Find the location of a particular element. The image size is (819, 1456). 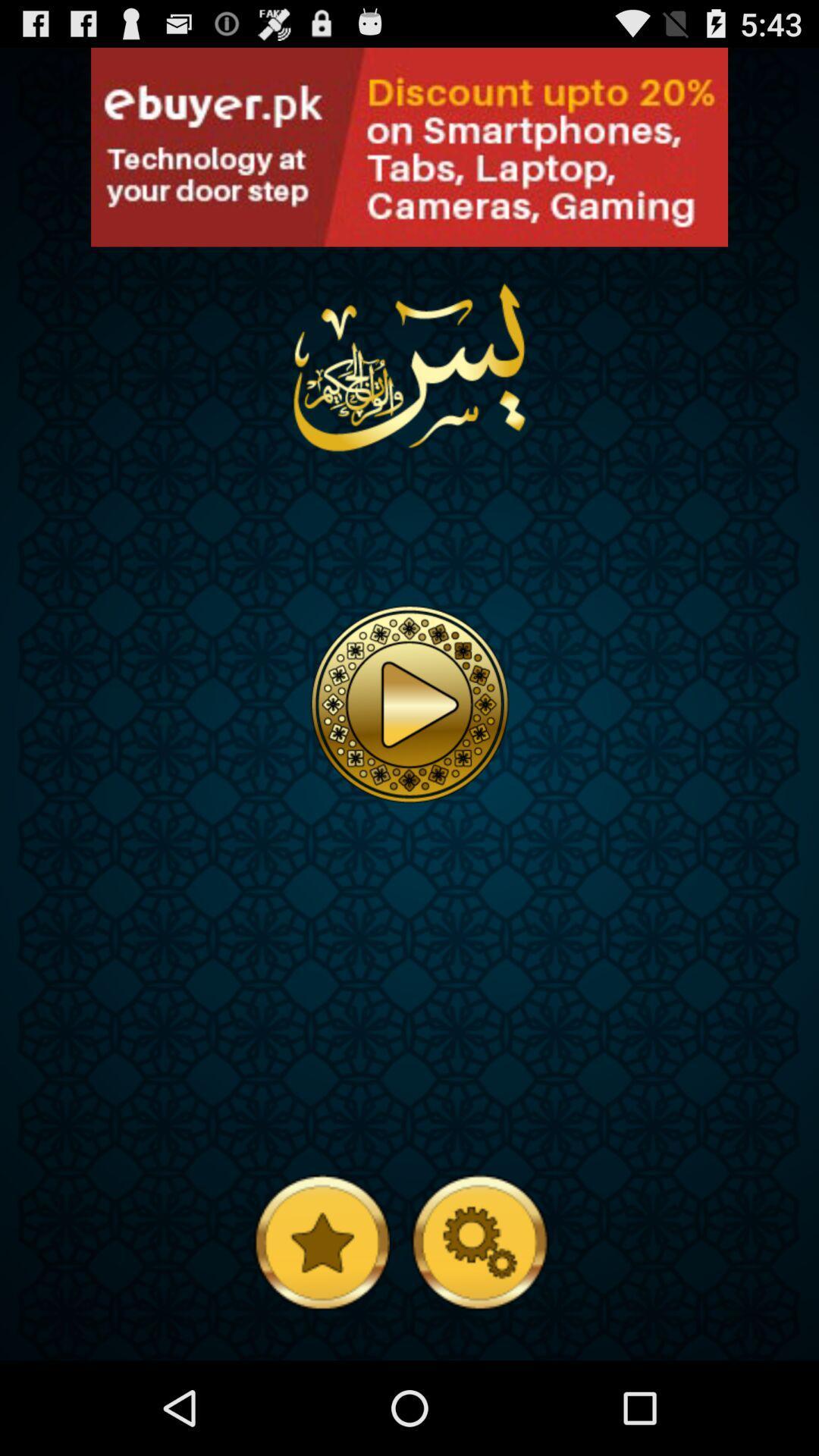

the file is located at coordinates (409, 703).